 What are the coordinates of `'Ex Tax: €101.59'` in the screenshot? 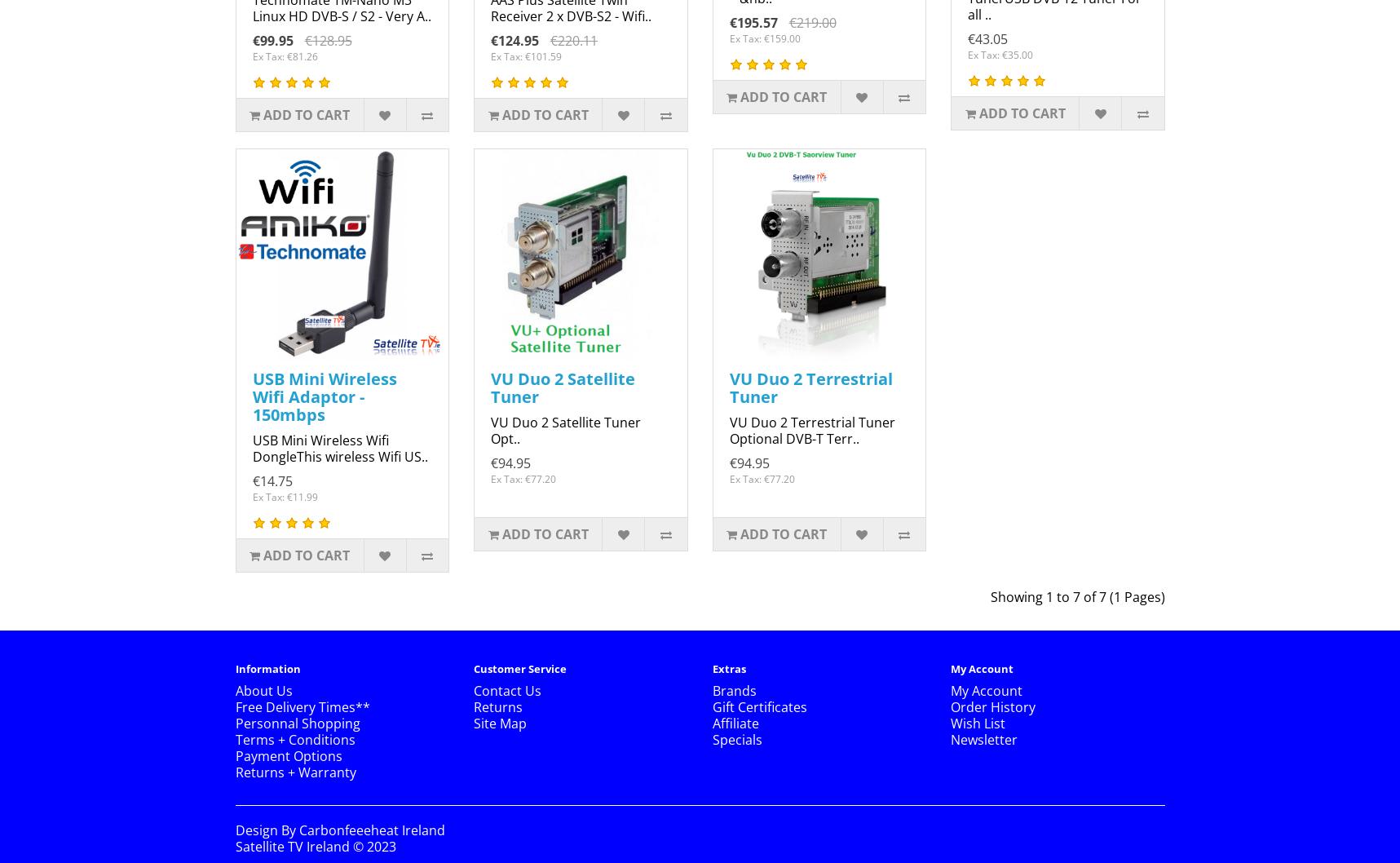 It's located at (525, 56).